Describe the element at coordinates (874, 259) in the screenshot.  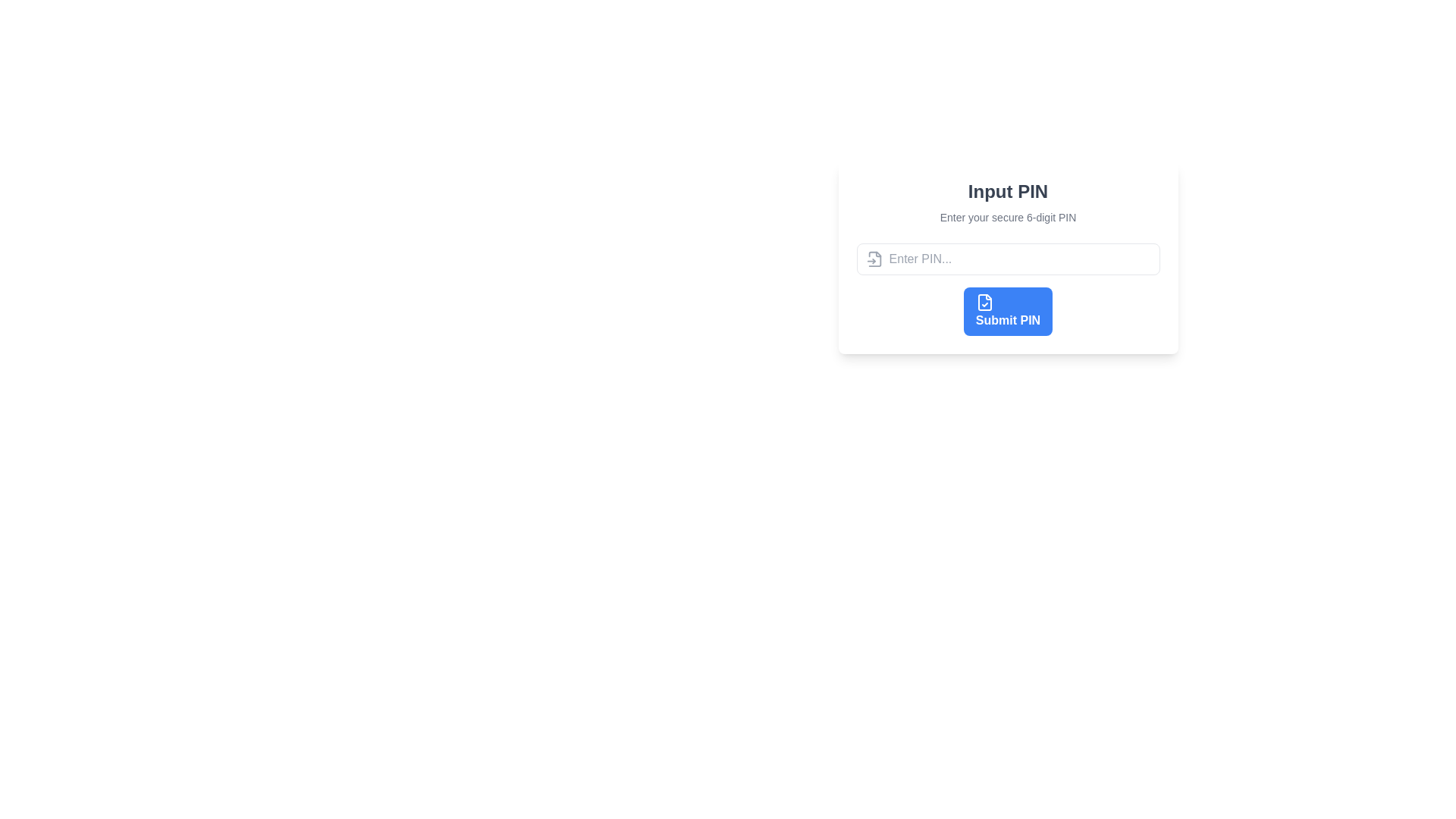
I see `the file/document icon located to the immediate left of the text input box labeled 'Enter PIN...'` at that location.